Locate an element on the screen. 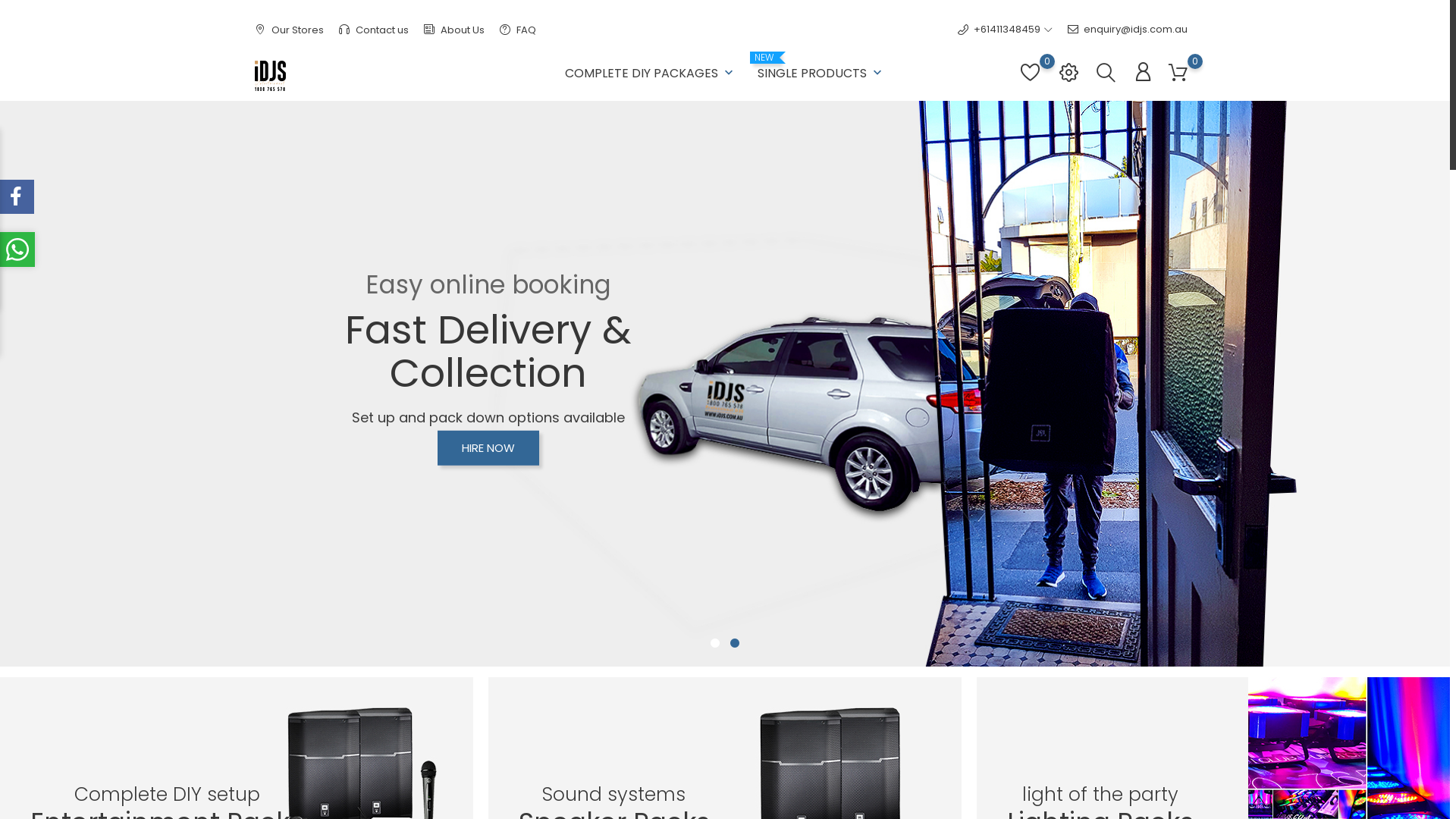 The height and width of the screenshot is (819, 1456). 'COMPLETE DIY PACKAGES keyboard_arrow_down' is located at coordinates (651, 70).